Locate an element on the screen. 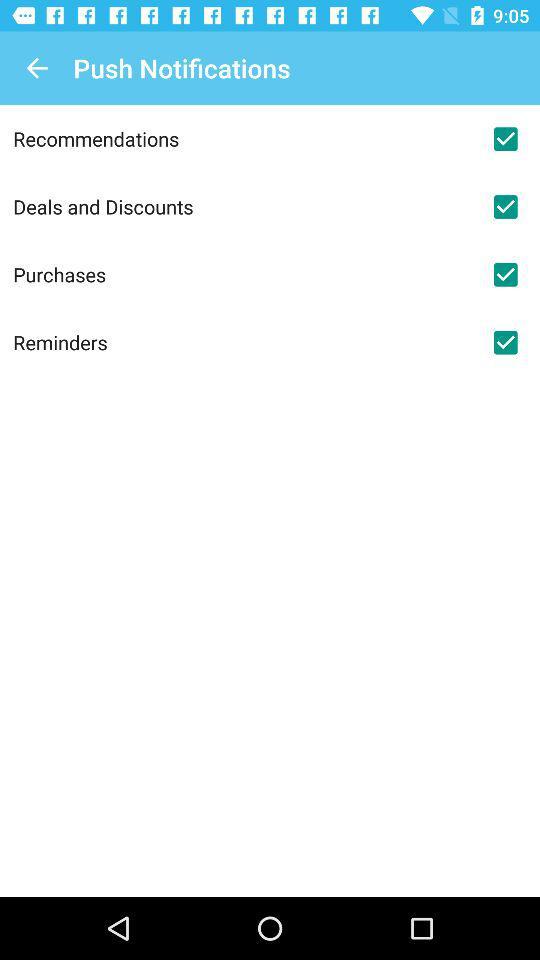  the deals and discounts is located at coordinates (242, 206).